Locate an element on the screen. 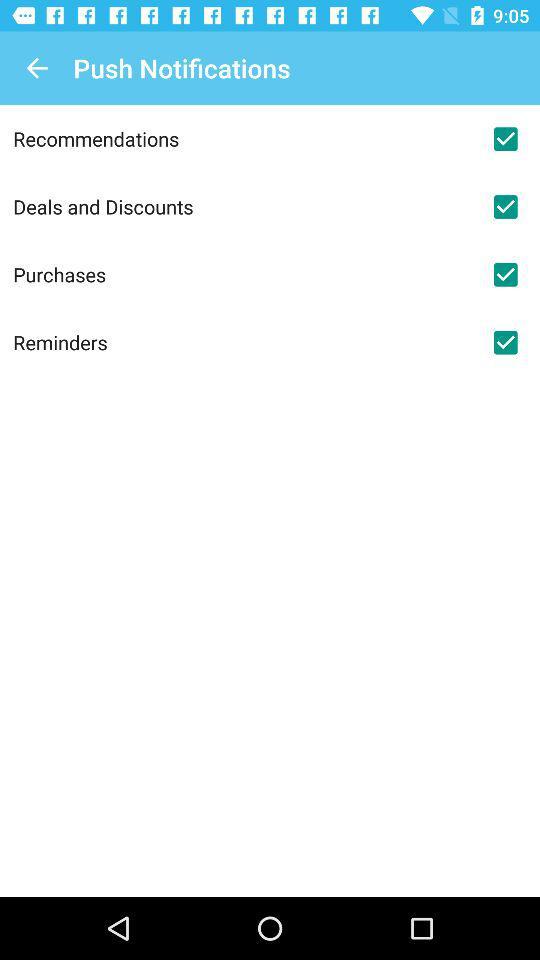  the deals and discounts is located at coordinates (242, 206).